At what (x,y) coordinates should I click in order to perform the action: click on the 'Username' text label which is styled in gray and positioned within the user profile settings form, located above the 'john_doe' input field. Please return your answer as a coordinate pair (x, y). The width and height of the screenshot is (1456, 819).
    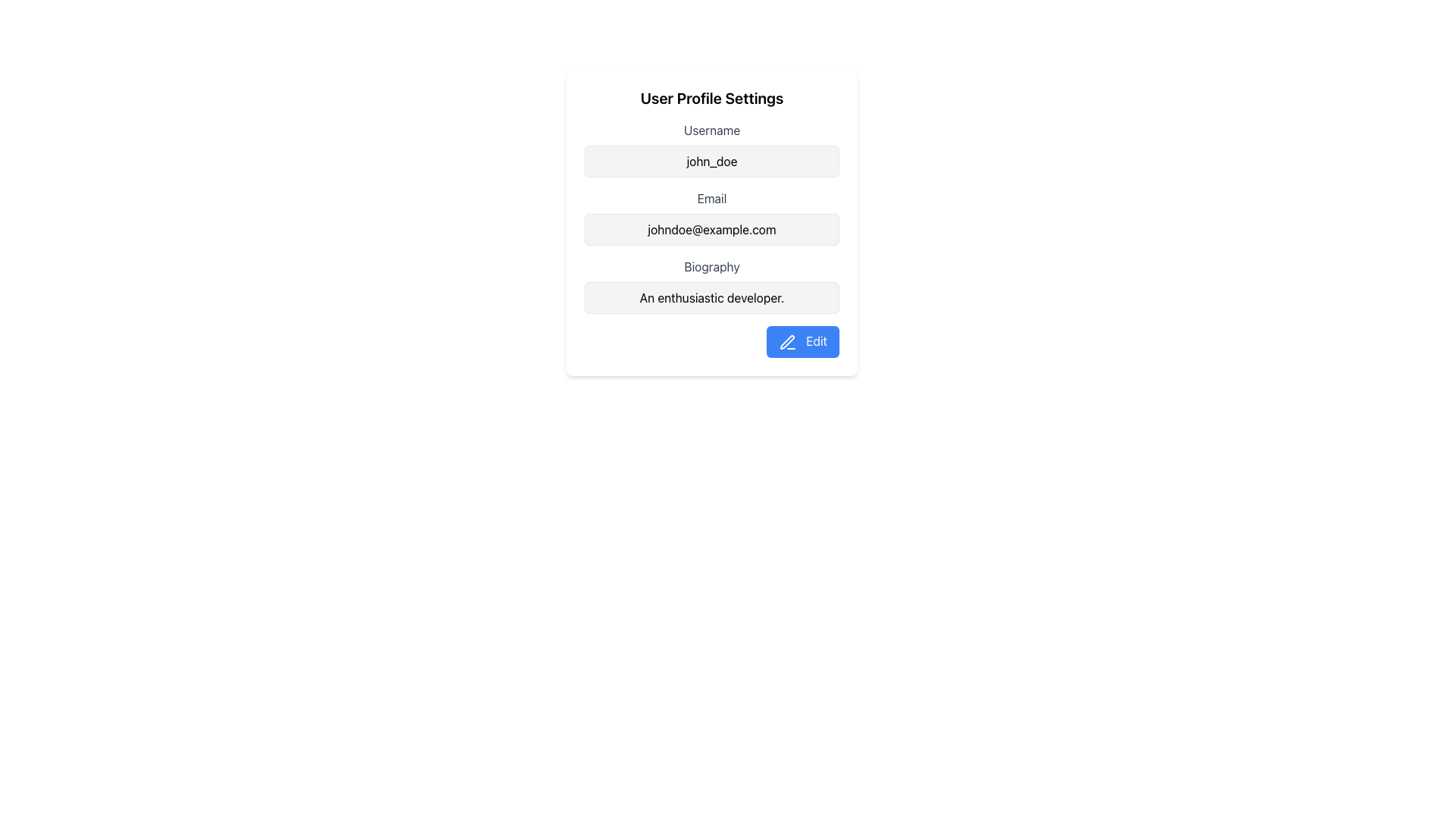
    Looking at the image, I should click on (711, 130).